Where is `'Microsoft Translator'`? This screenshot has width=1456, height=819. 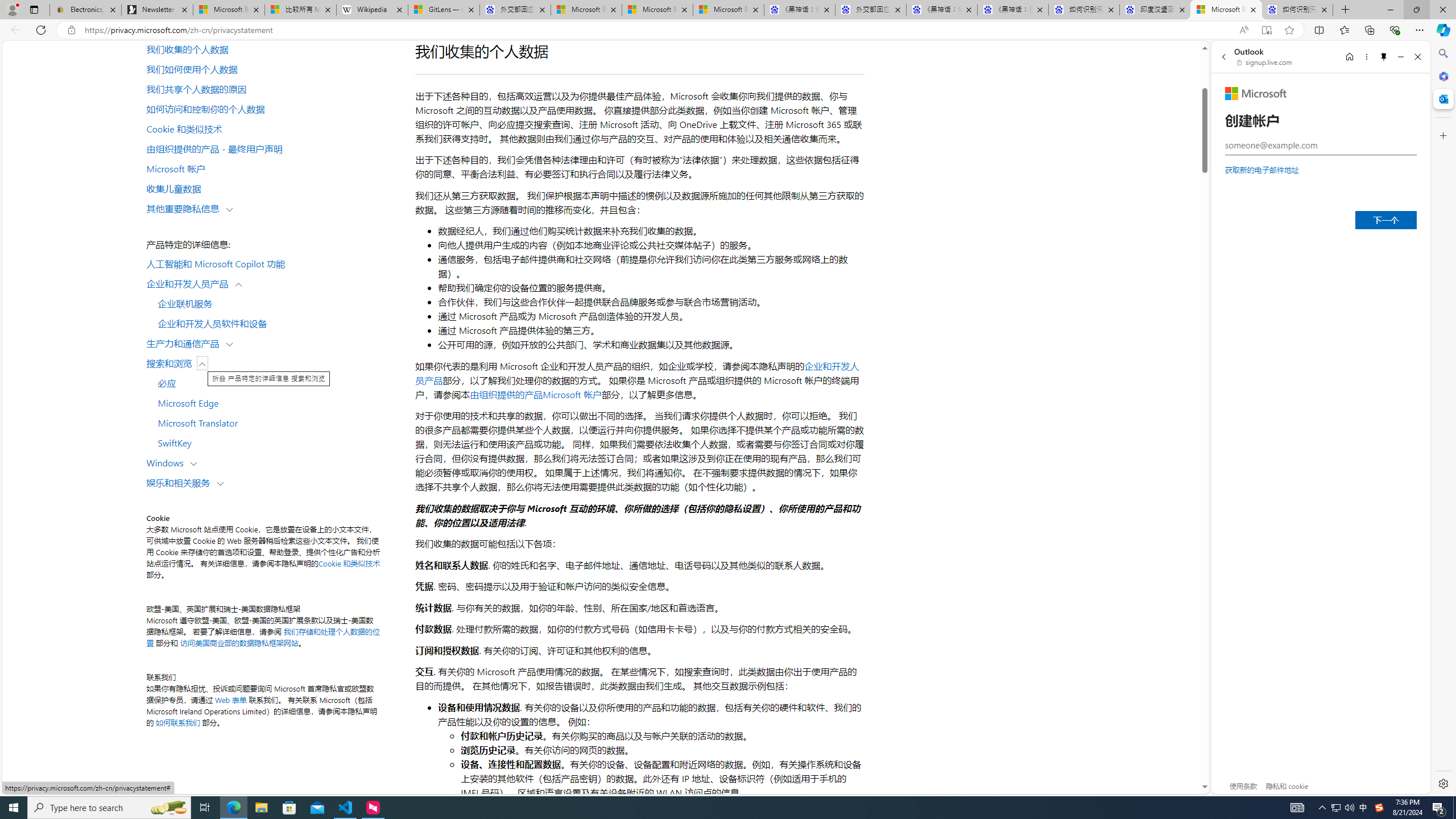 'Microsoft Translator' is located at coordinates (274, 422).